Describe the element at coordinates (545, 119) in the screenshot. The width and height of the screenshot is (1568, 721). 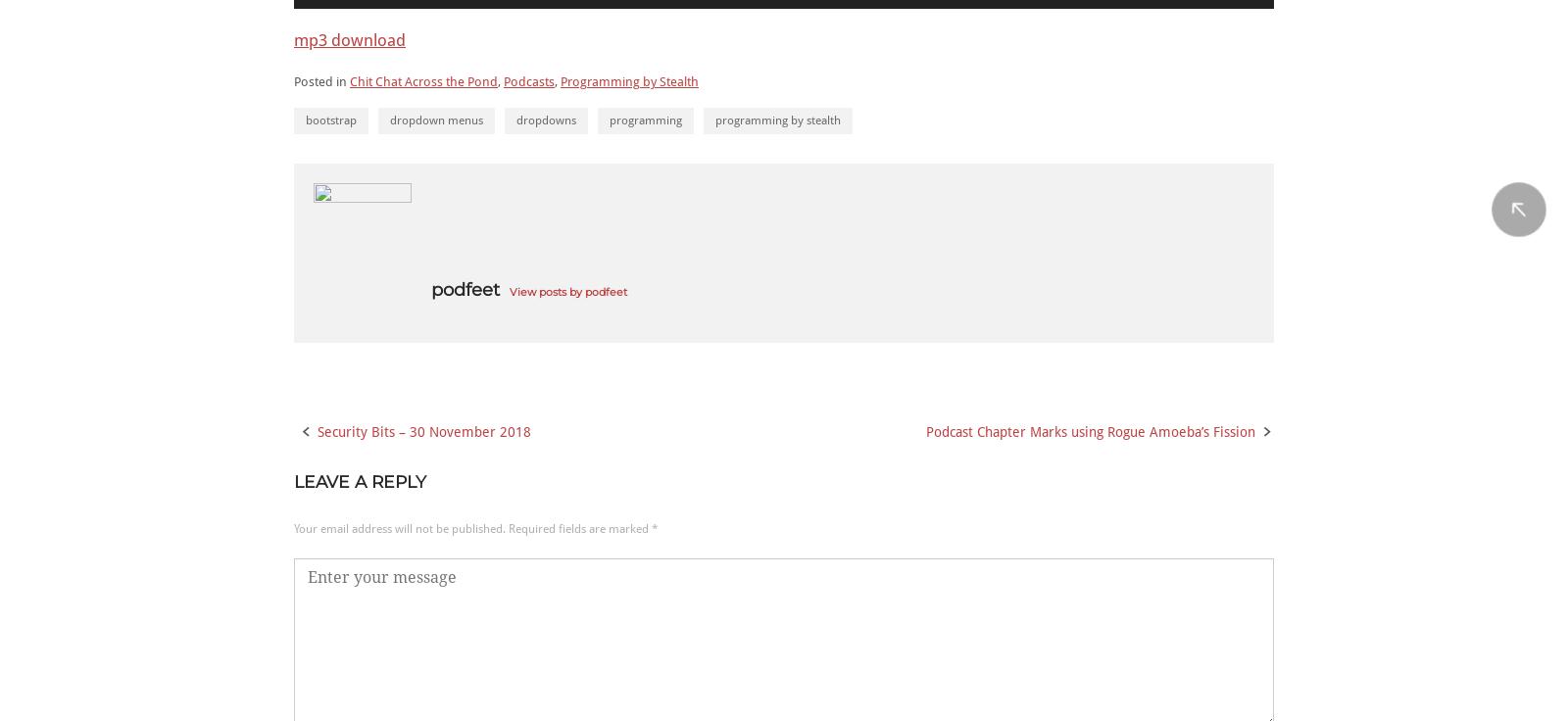
I see `'dropdowns'` at that location.